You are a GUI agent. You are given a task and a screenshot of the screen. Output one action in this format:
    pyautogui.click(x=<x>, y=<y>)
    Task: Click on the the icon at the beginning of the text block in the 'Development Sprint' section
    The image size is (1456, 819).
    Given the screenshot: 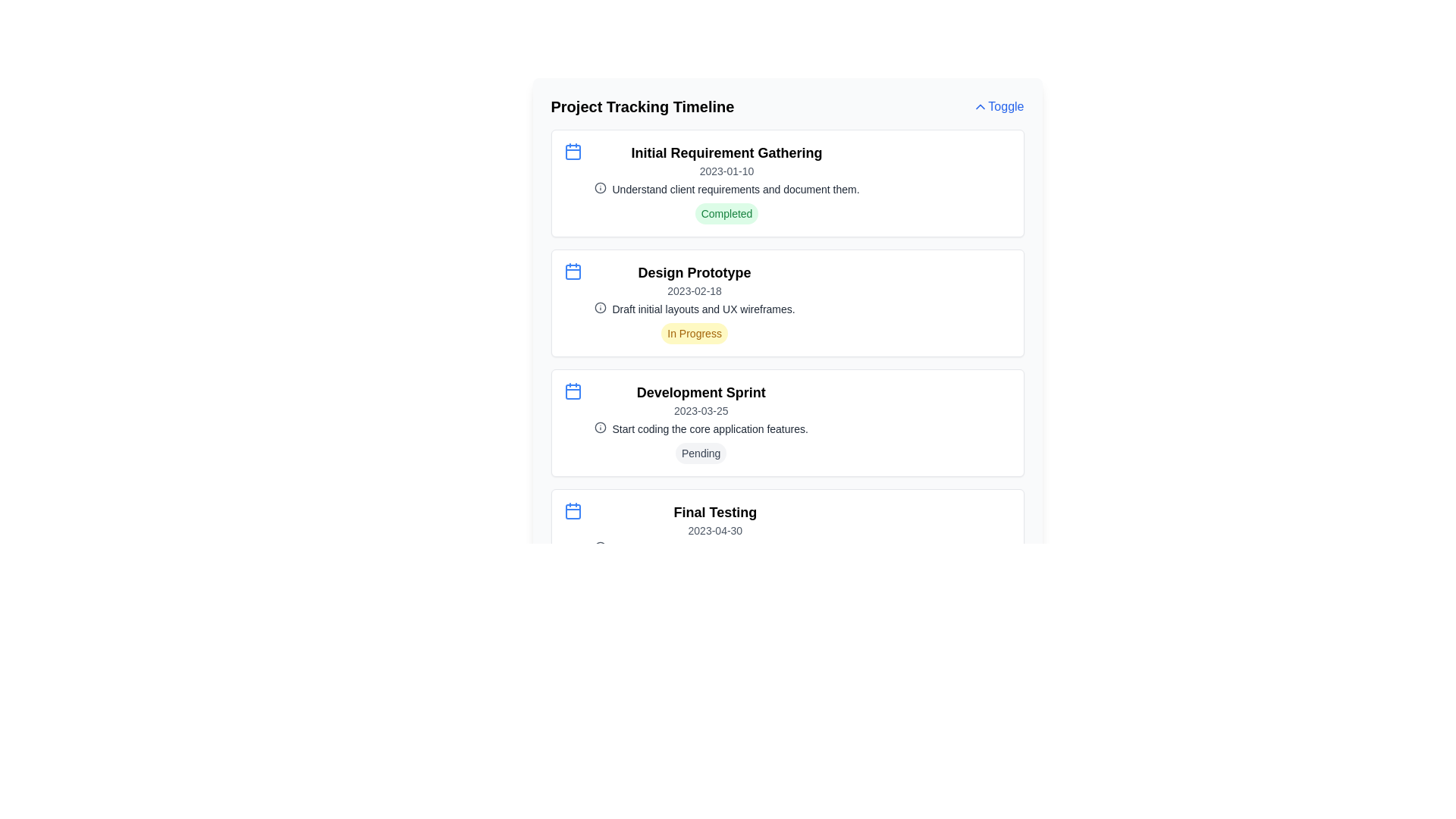 What is the action you would take?
    pyautogui.click(x=599, y=427)
    